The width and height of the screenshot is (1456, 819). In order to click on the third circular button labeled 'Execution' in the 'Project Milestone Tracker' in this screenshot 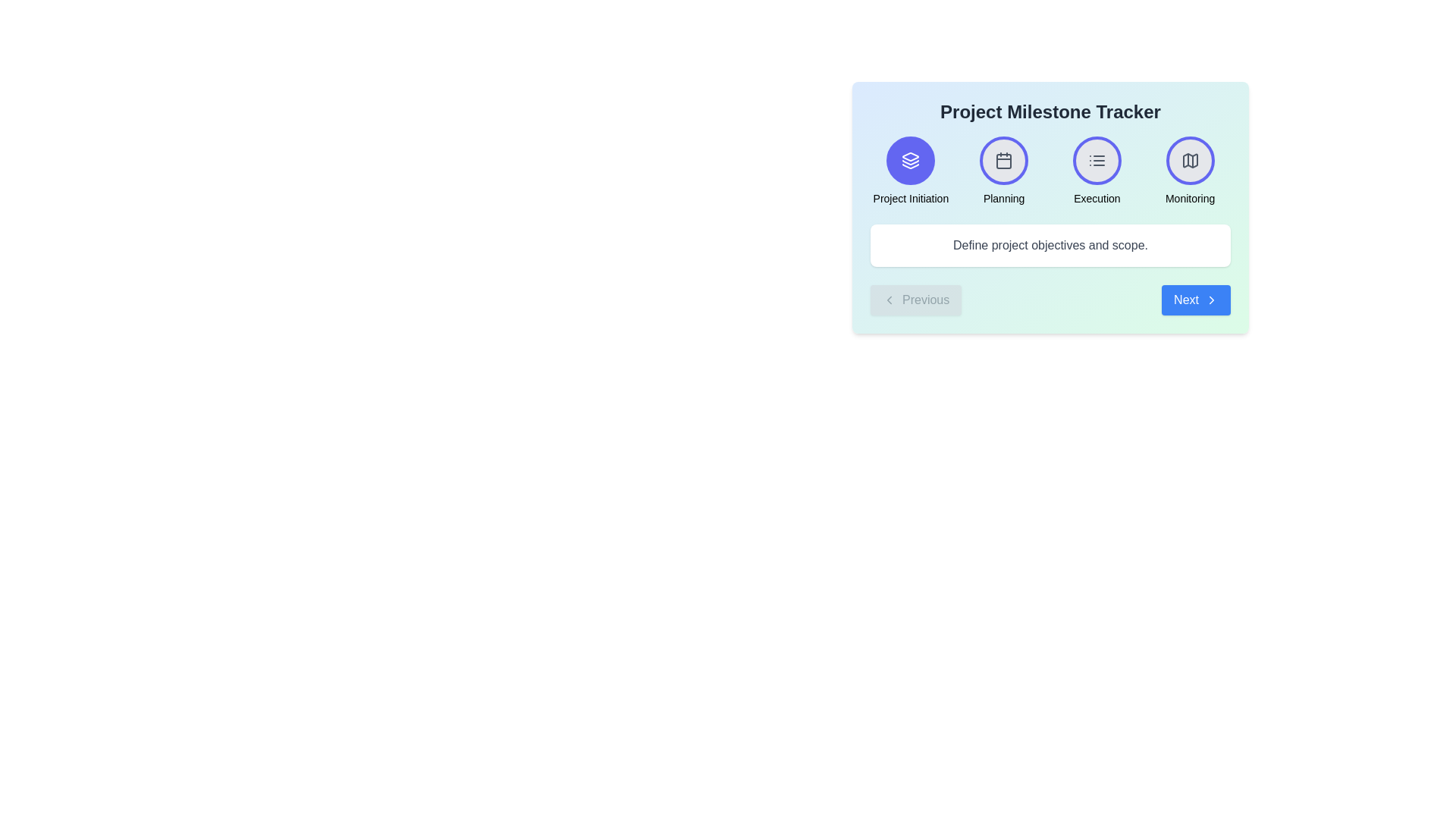, I will do `click(1097, 161)`.